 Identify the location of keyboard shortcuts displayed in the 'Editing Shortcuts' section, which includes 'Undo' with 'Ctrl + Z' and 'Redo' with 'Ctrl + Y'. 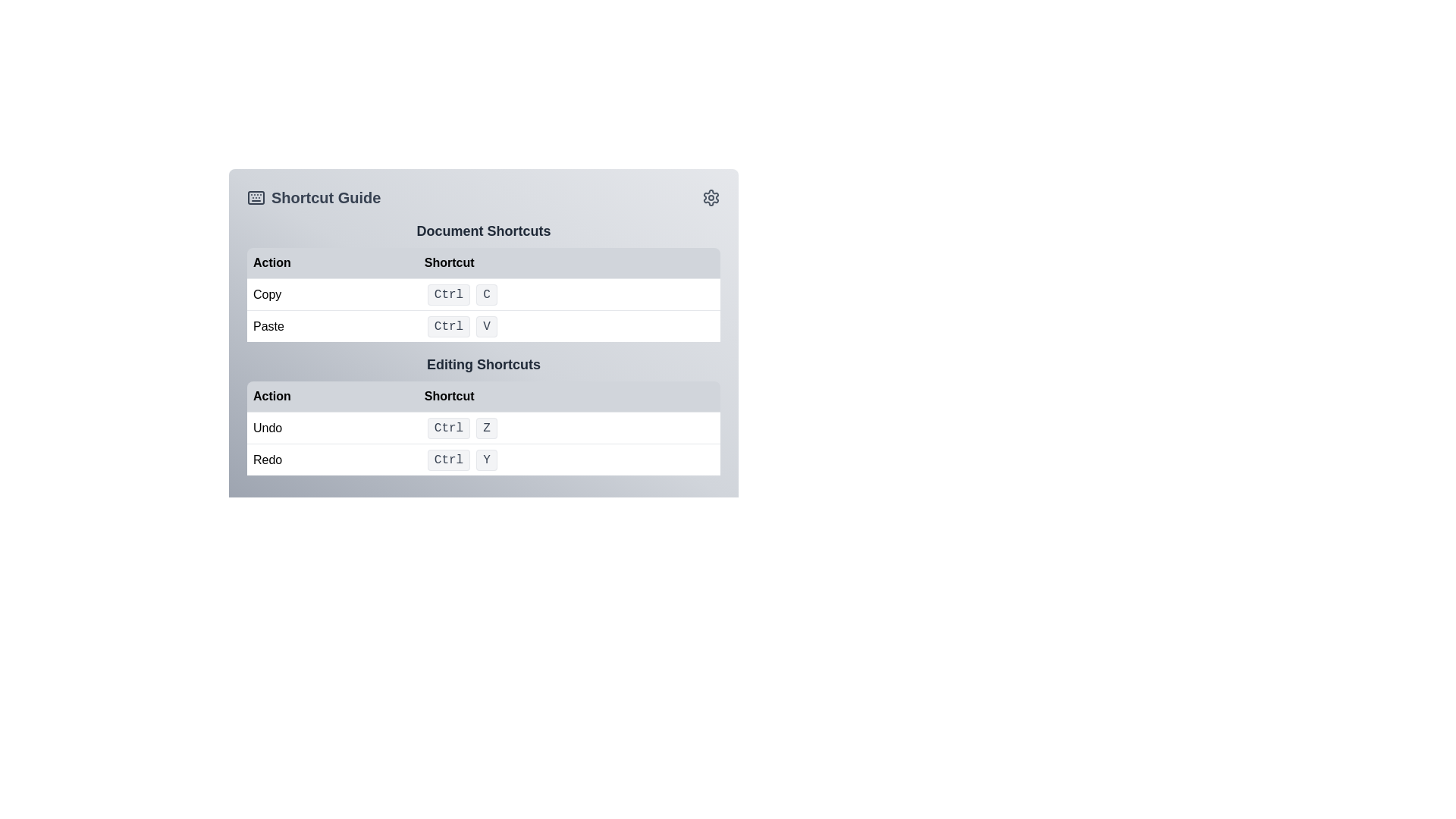
(483, 415).